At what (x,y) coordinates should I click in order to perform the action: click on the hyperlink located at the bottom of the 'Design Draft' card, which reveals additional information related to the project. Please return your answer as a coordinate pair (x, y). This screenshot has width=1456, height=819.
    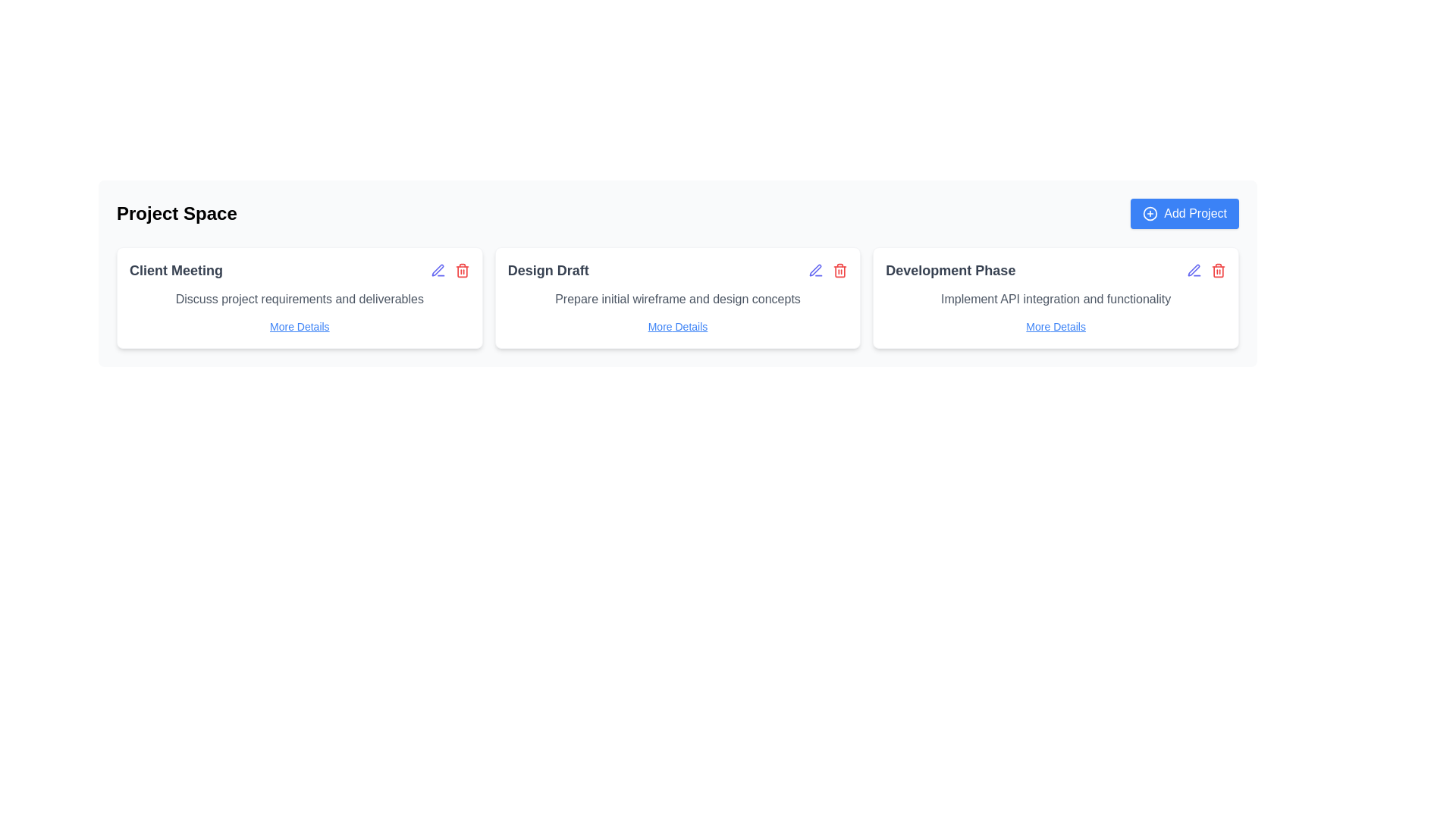
    Looking at the image, I should click on (676, 326).